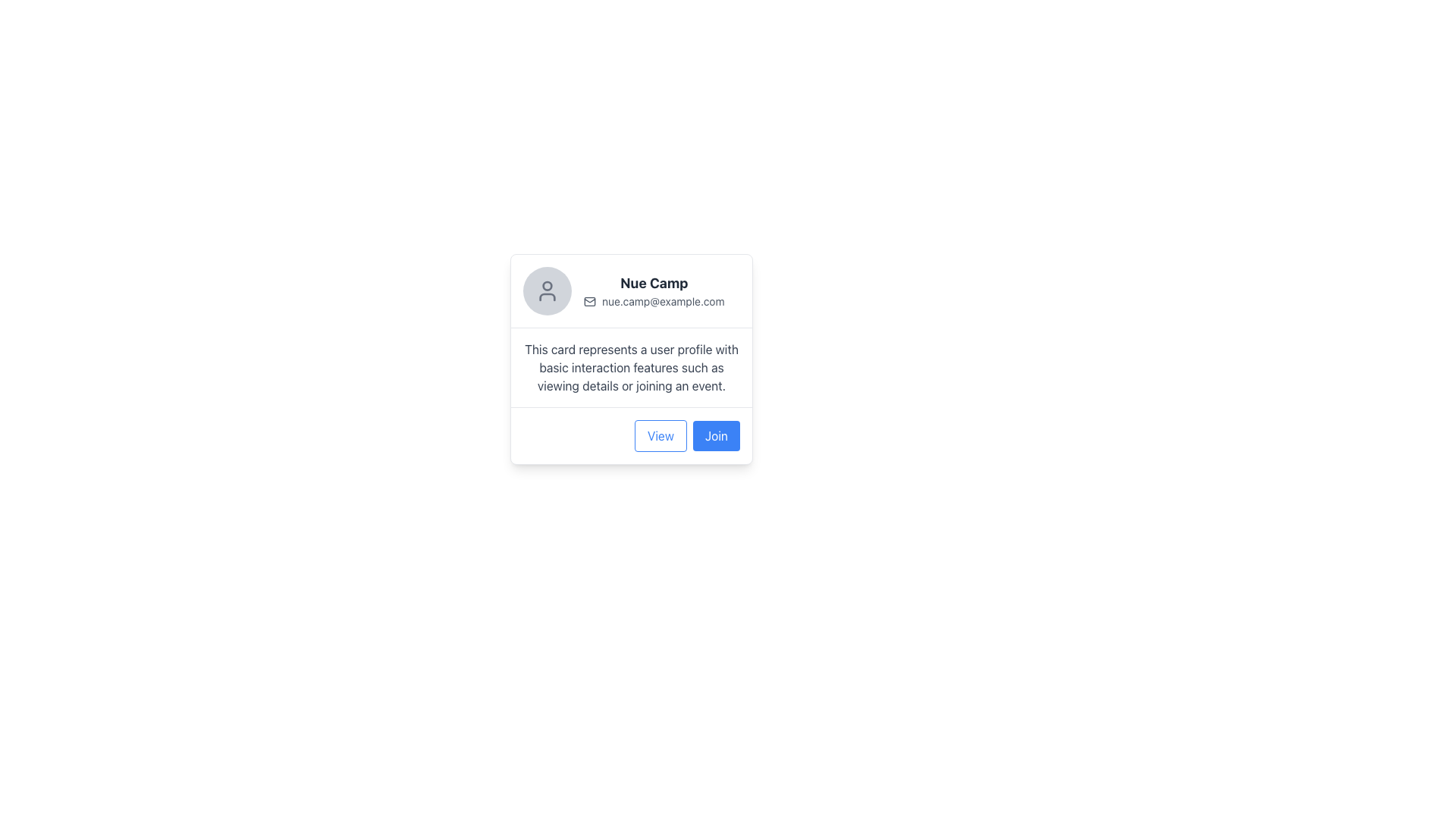 Image resolution: width=1456 pixels, height=819 pixels. I want to click on the static text displaying the email address 'nue.camp@example.com', which is styled with a small font size and gray color, positioned to the right of the envelope icon, so click(654, 301).